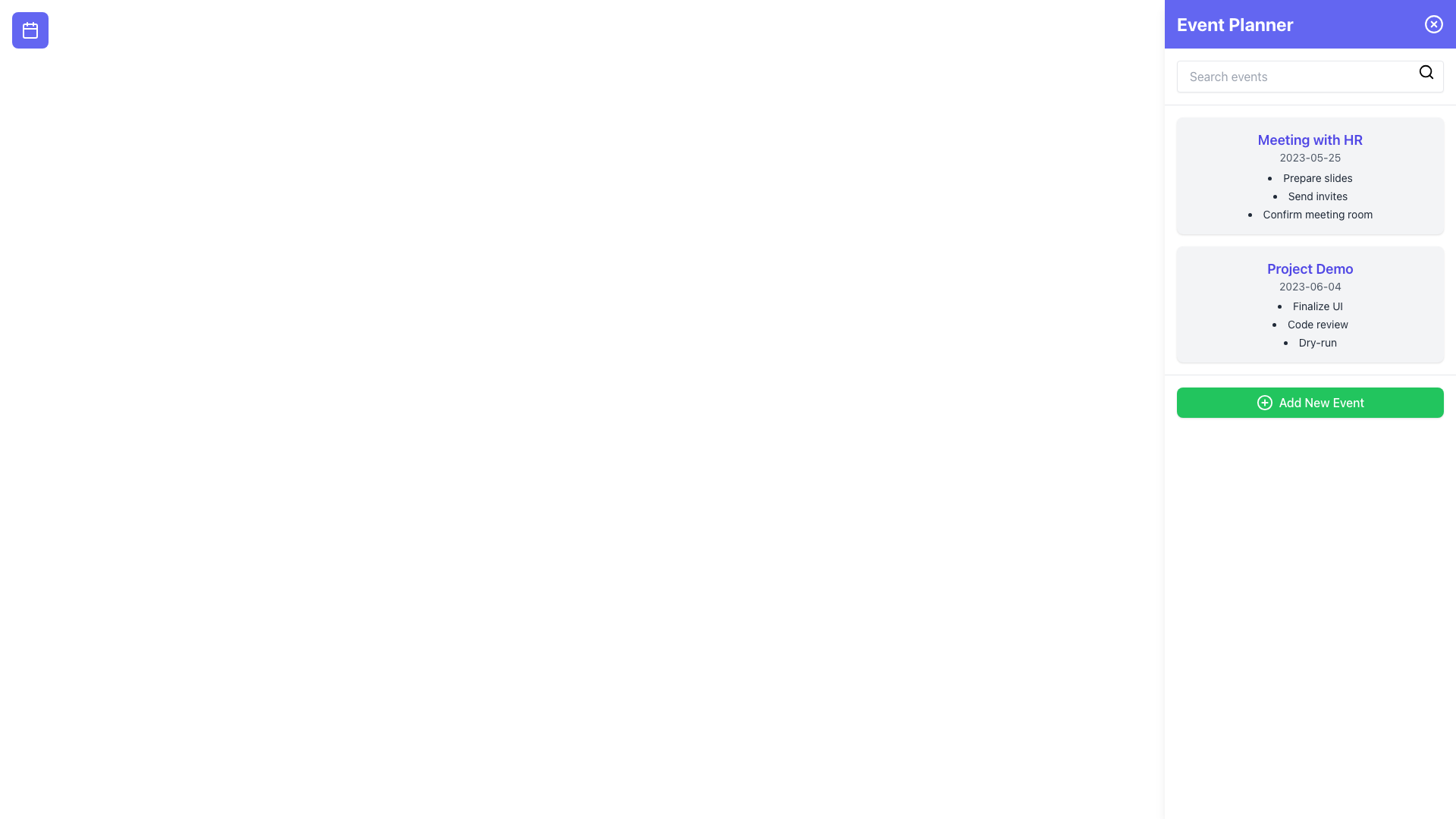 The width and height of the screenshot is (1456, 819). Describe the element at coordinates (1264, 402) in the screenshot. I see `the 'Add New Event' button by targeting the central circle element within its icon layout` at that location.